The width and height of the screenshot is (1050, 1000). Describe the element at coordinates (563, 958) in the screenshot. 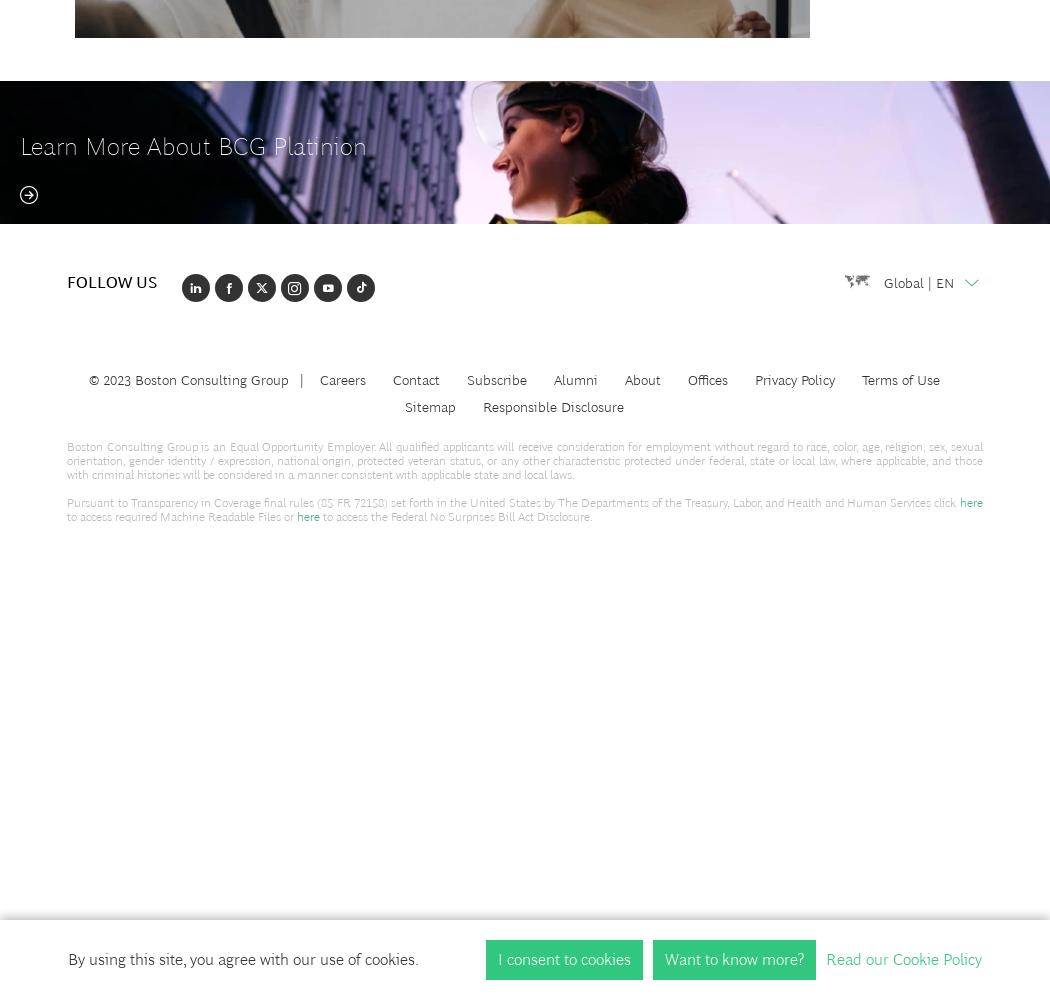

I see `'I consent to cookies'` at that location.